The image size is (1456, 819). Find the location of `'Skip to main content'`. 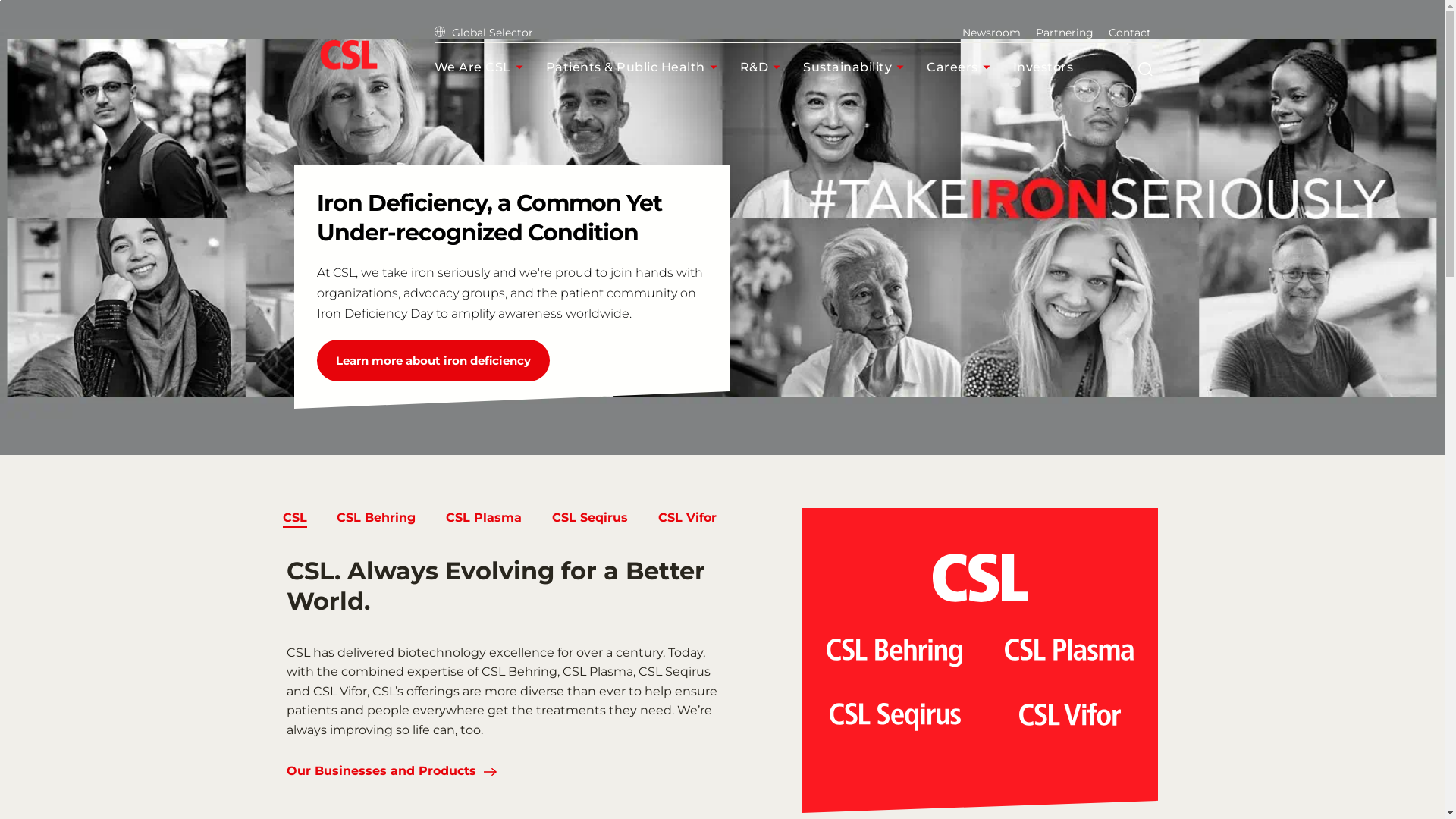

'Skip to main content' is located at coordinates (0, 0).